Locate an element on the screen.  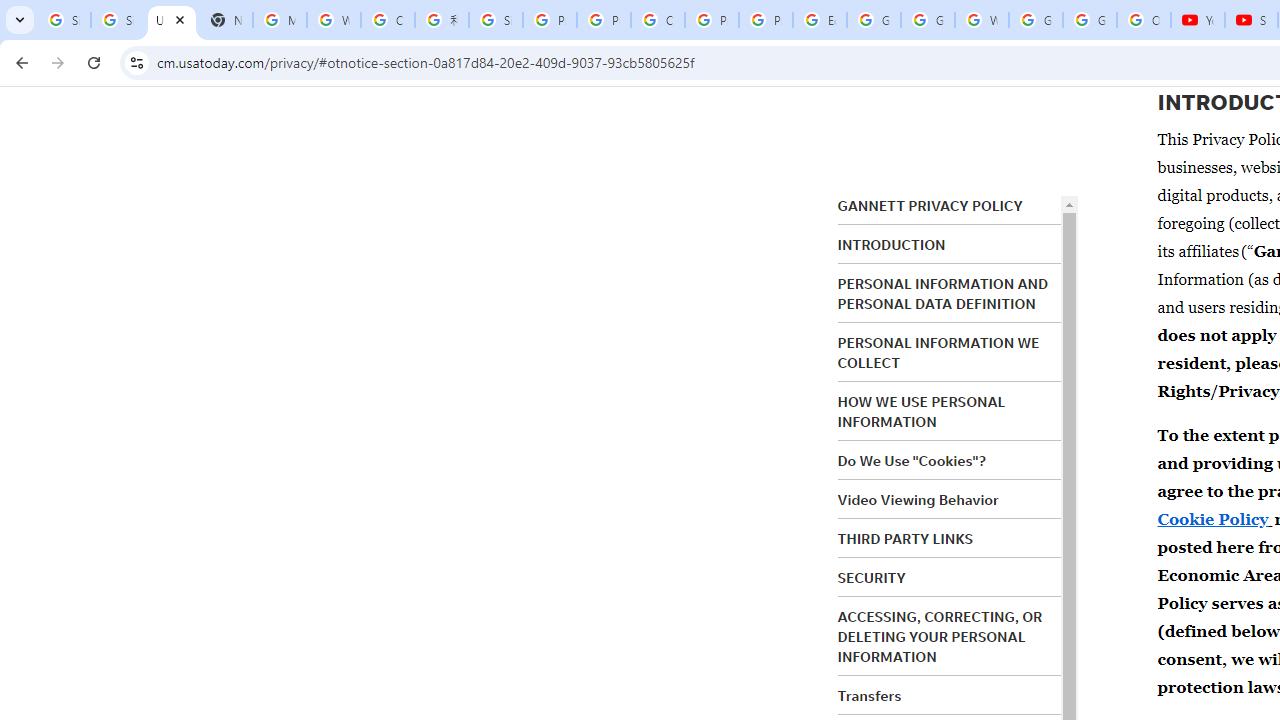
'View site information' is located at coordinates (135, 61).